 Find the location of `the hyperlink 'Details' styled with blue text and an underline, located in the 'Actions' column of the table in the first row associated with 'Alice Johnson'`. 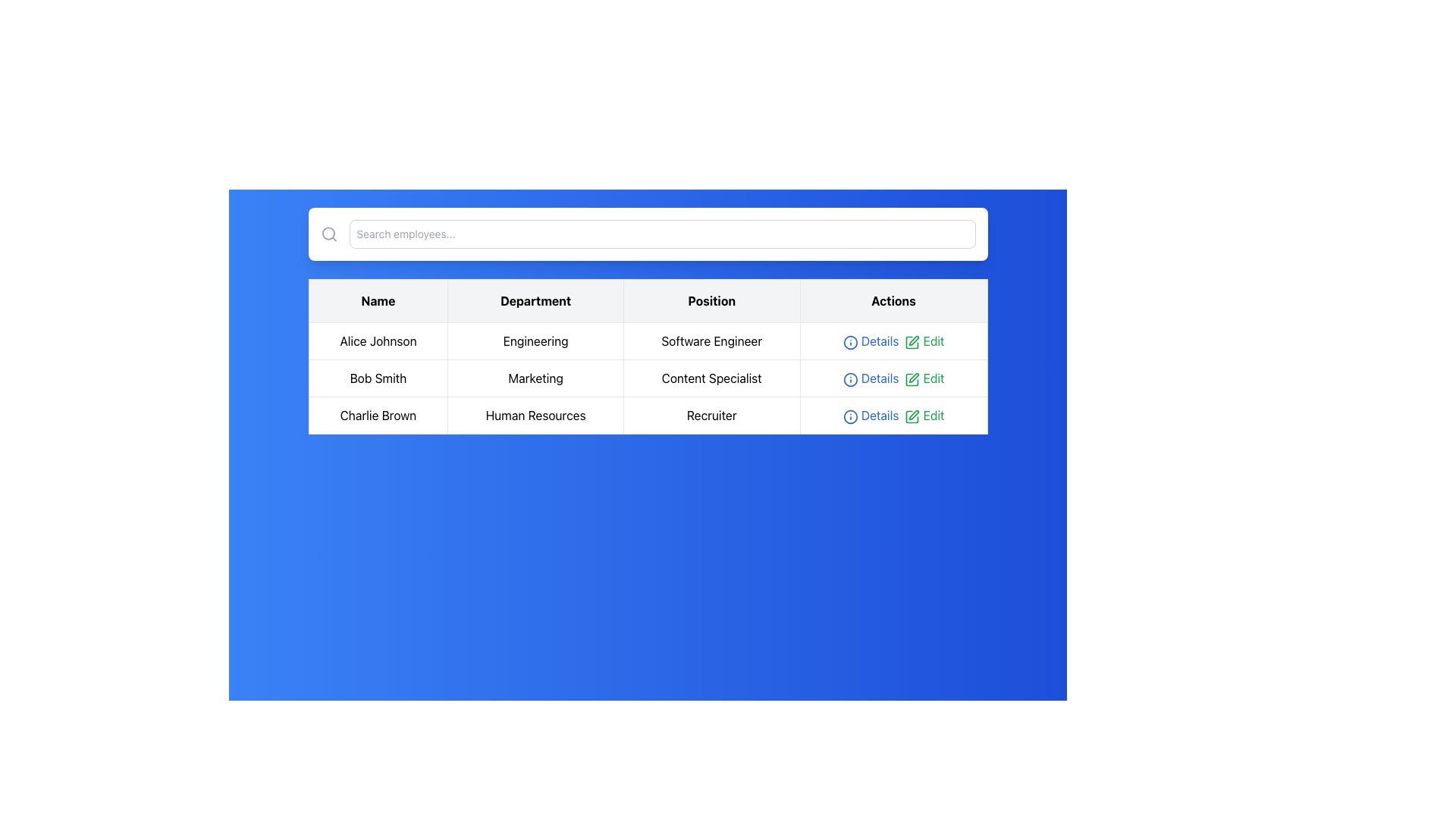

the hyperlink 'Details' styled with blue text and an underline, located in the 'Actions' column of the table in the first row associated with 'Alice Johnson' is located at coordinates (871, 341).